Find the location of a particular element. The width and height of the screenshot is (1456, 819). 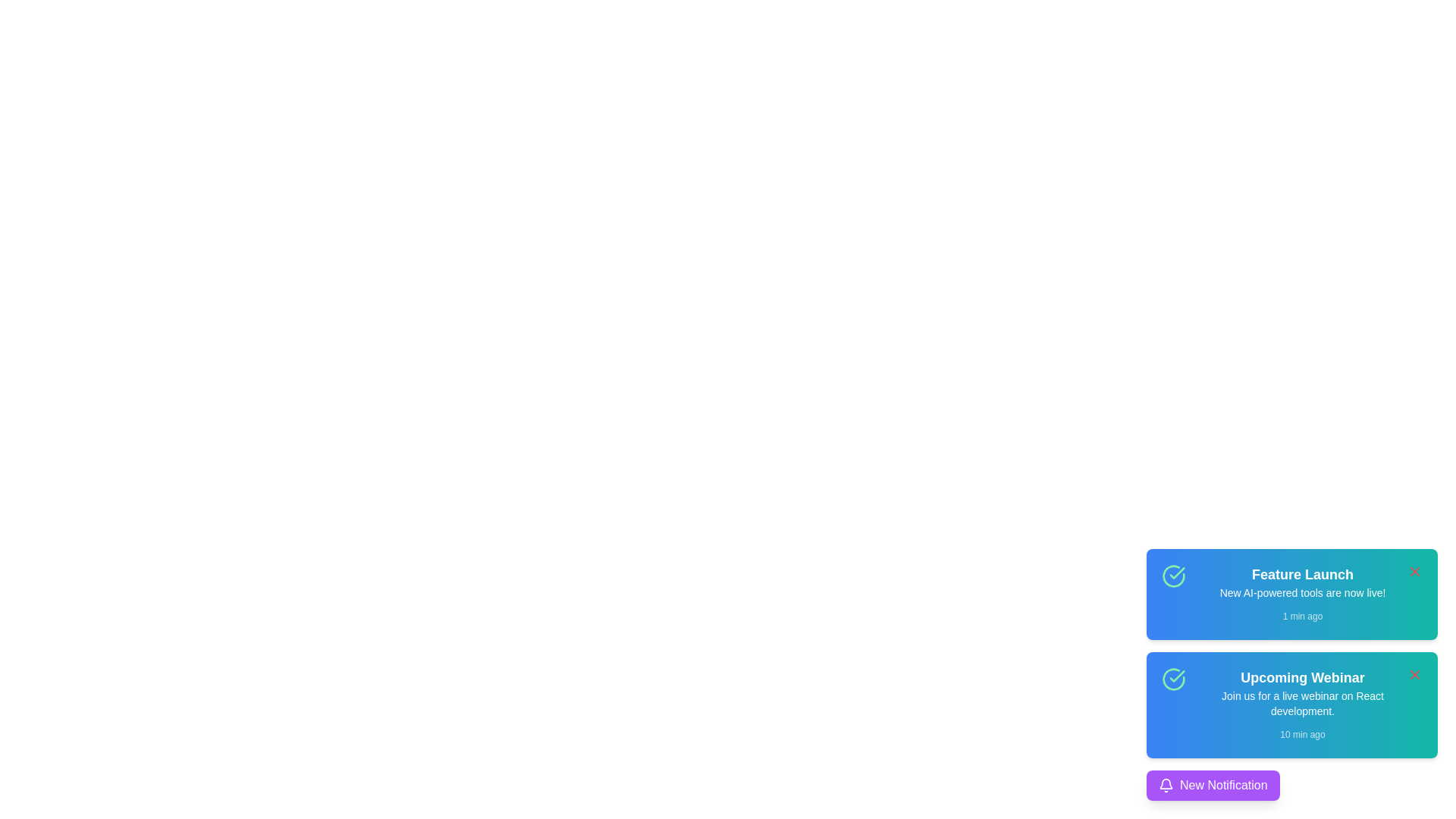

dismiss button for the notification titled 'Feature Launch' is located at coordinates (1414, 571).